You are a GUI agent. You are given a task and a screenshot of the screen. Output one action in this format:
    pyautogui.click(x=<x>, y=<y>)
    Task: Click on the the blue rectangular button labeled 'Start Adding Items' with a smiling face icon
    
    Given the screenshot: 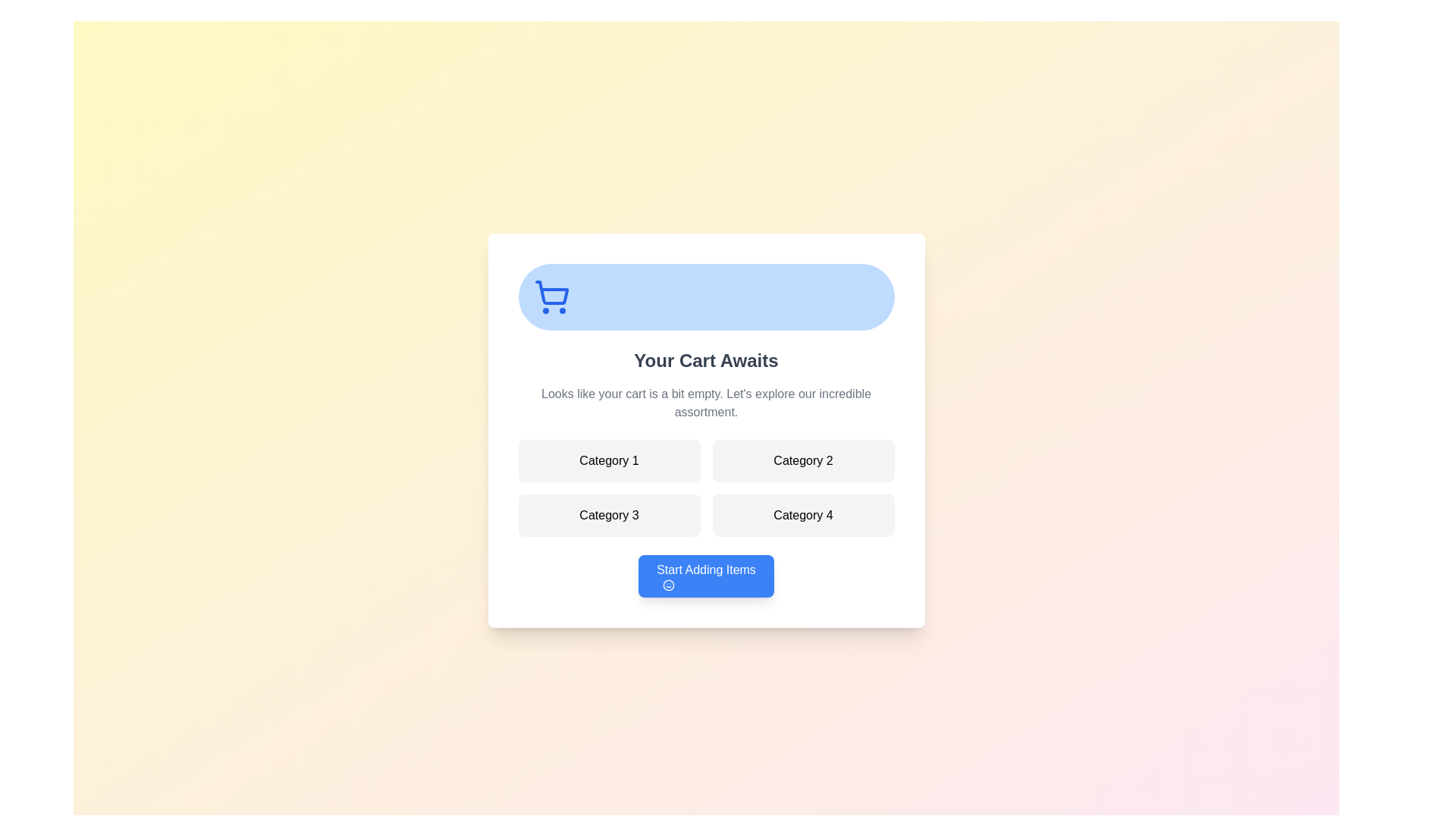 What is the action you would take?
    pyautogui.click(x=705, y=576)
    